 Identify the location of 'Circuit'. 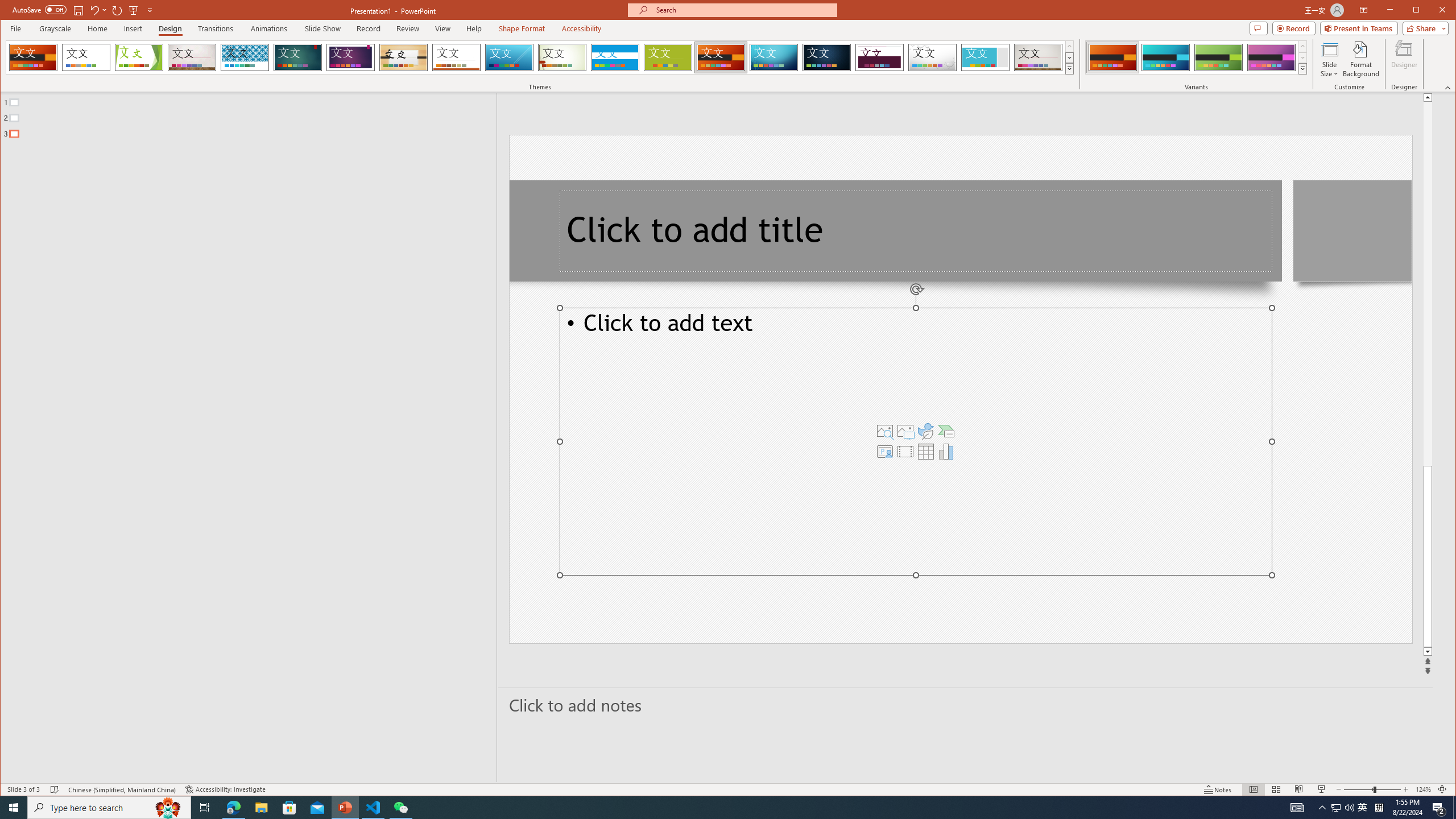
(773, 57).